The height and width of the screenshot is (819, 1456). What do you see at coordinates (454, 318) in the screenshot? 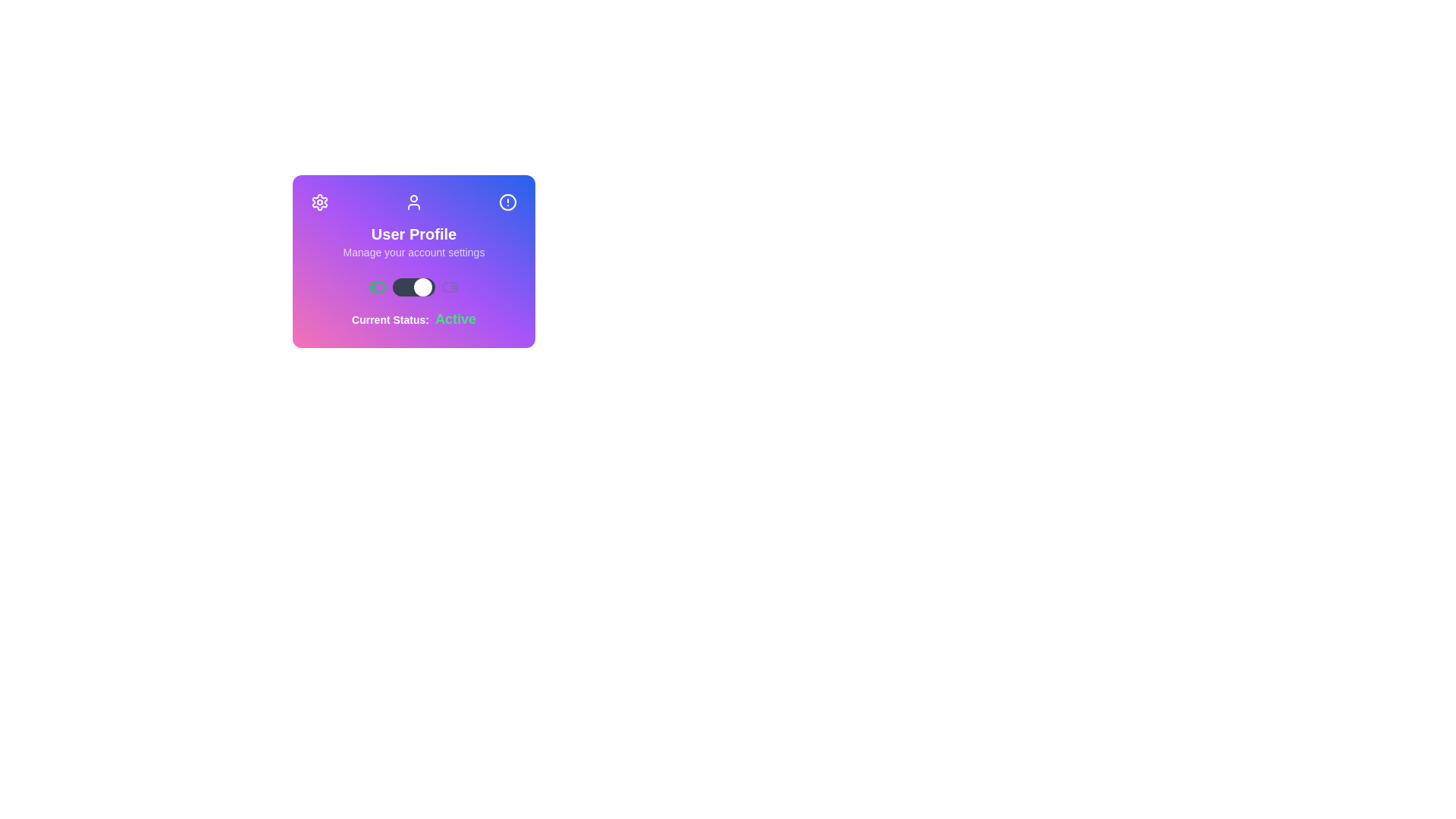
I see `the 'Active' text display that indicates the current status of a feature or entity within the user profile card` at bounding box center [454, 318].